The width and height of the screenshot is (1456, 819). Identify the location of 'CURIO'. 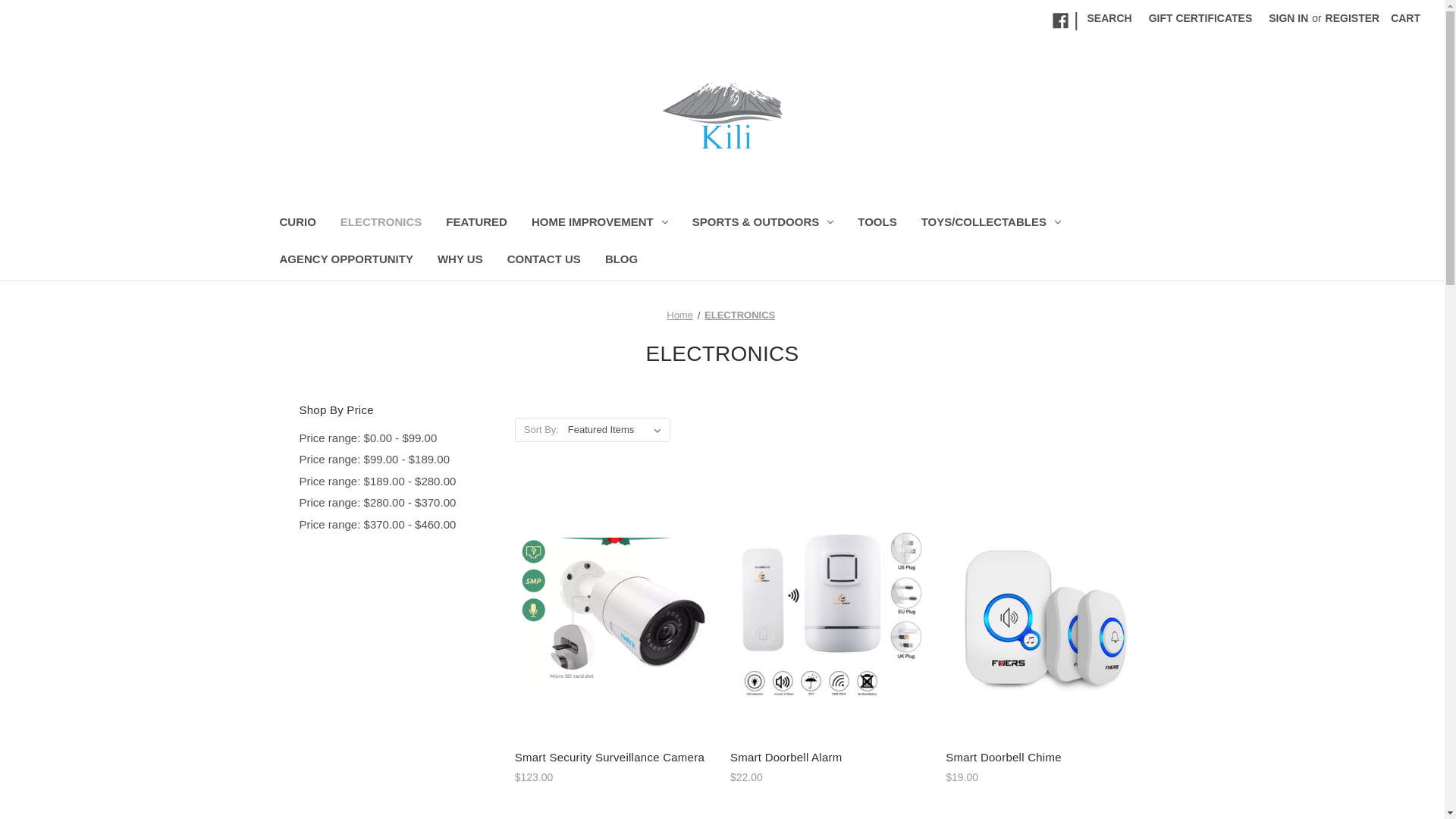
(297, 224).